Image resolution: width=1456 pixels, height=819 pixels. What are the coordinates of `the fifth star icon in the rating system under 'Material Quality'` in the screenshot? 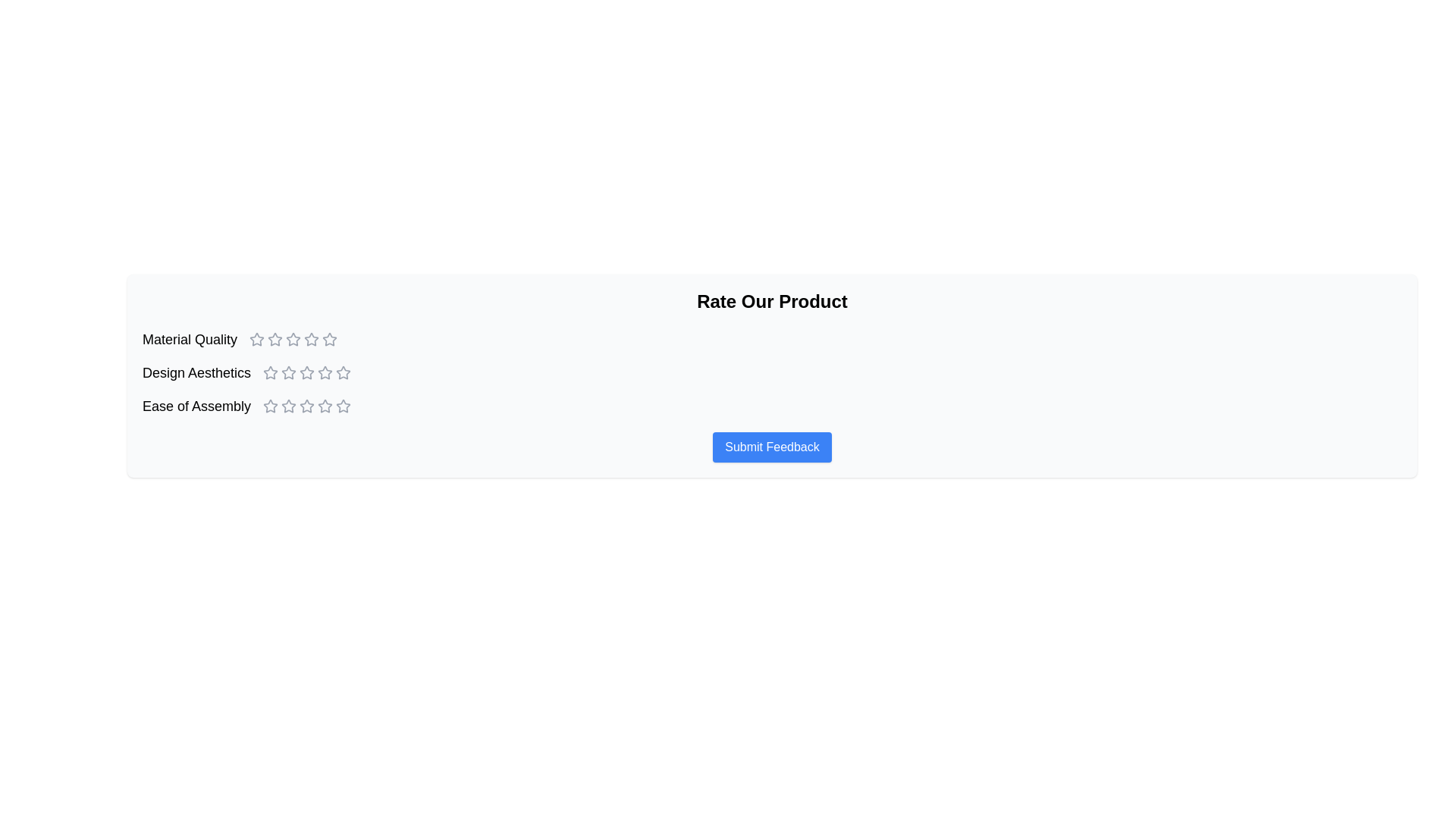 It's located at (311, 338).